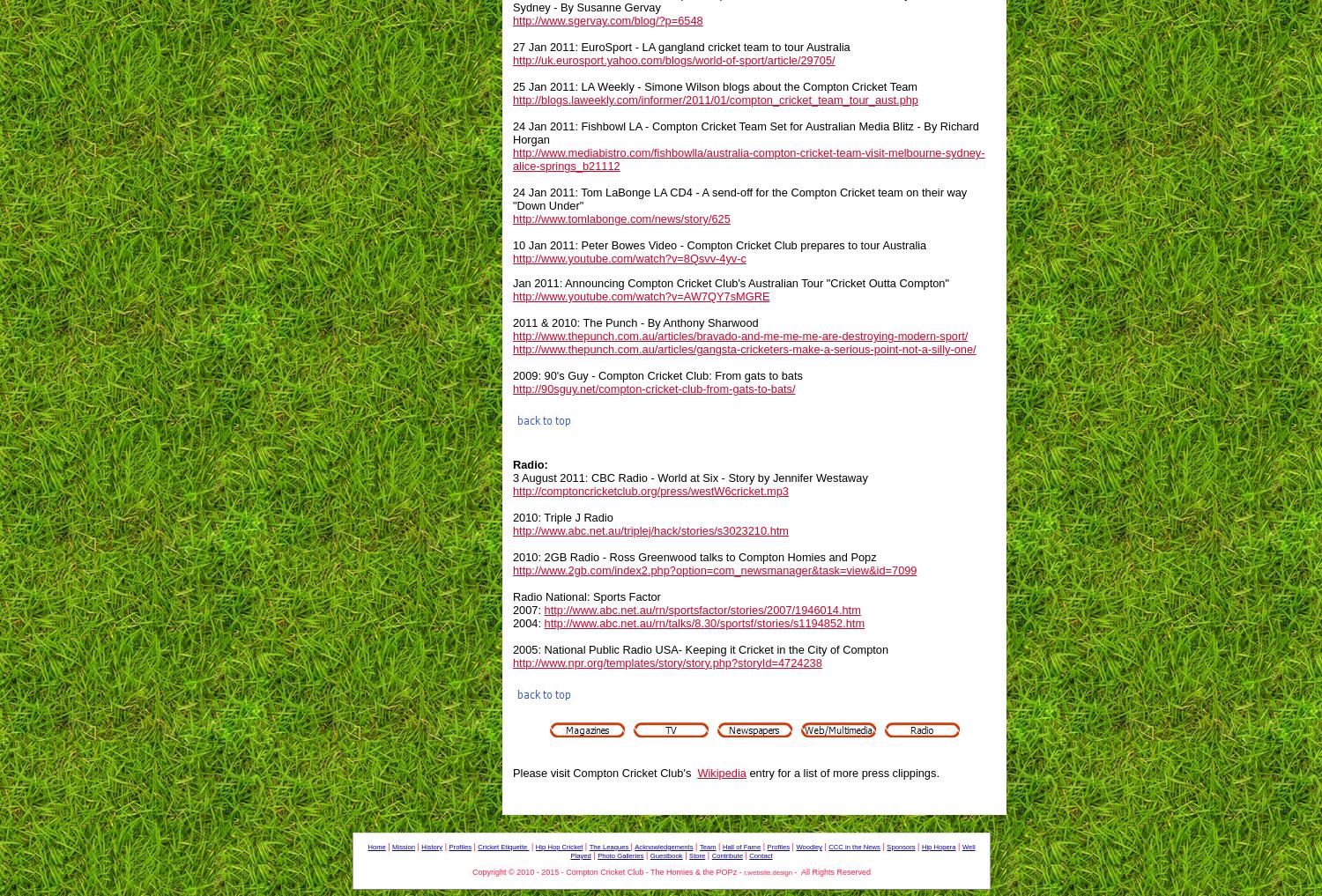  I want to click on '3 August 2011: CBC Radio - World at Six - Story by 
				Jennifer Westaway', so click(690, 477).